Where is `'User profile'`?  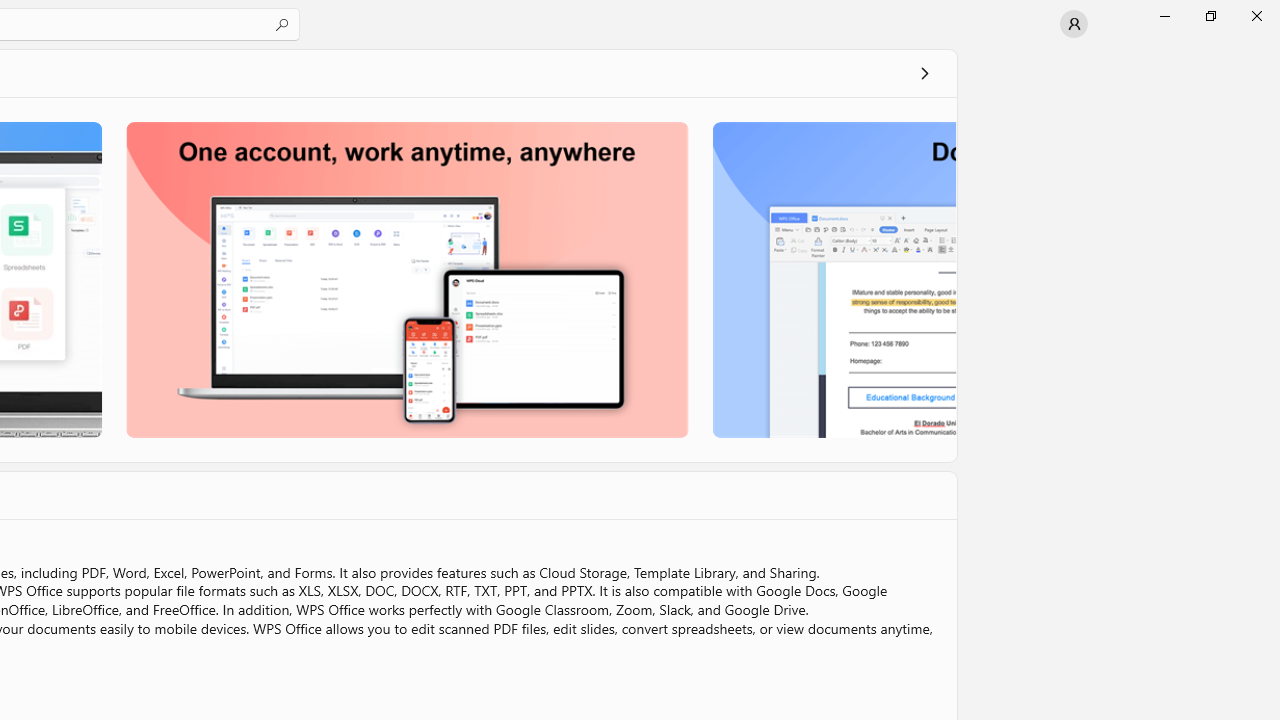 'User profile' is located at coordinates (1072, 24).